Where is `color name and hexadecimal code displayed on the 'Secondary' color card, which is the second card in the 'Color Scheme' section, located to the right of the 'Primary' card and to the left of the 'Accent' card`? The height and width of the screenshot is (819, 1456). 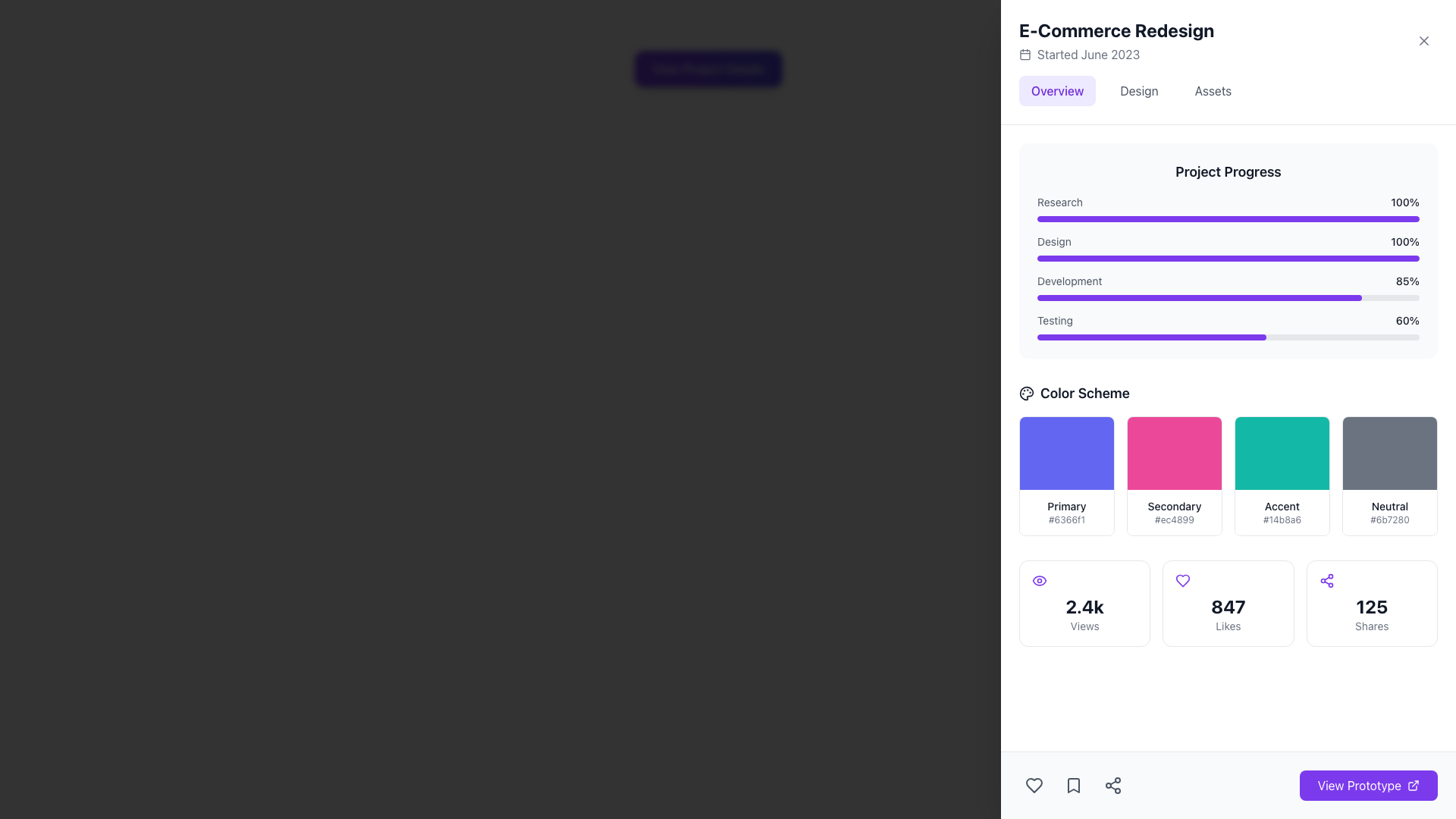 color name and hexadecimal code displayed on the 'Secondary' color card, which is the second card in the 'Color Scheme' section, located to the right of the 'Primary' card and to the left of the 'Accent' card is located at coordinates (1174, 475).